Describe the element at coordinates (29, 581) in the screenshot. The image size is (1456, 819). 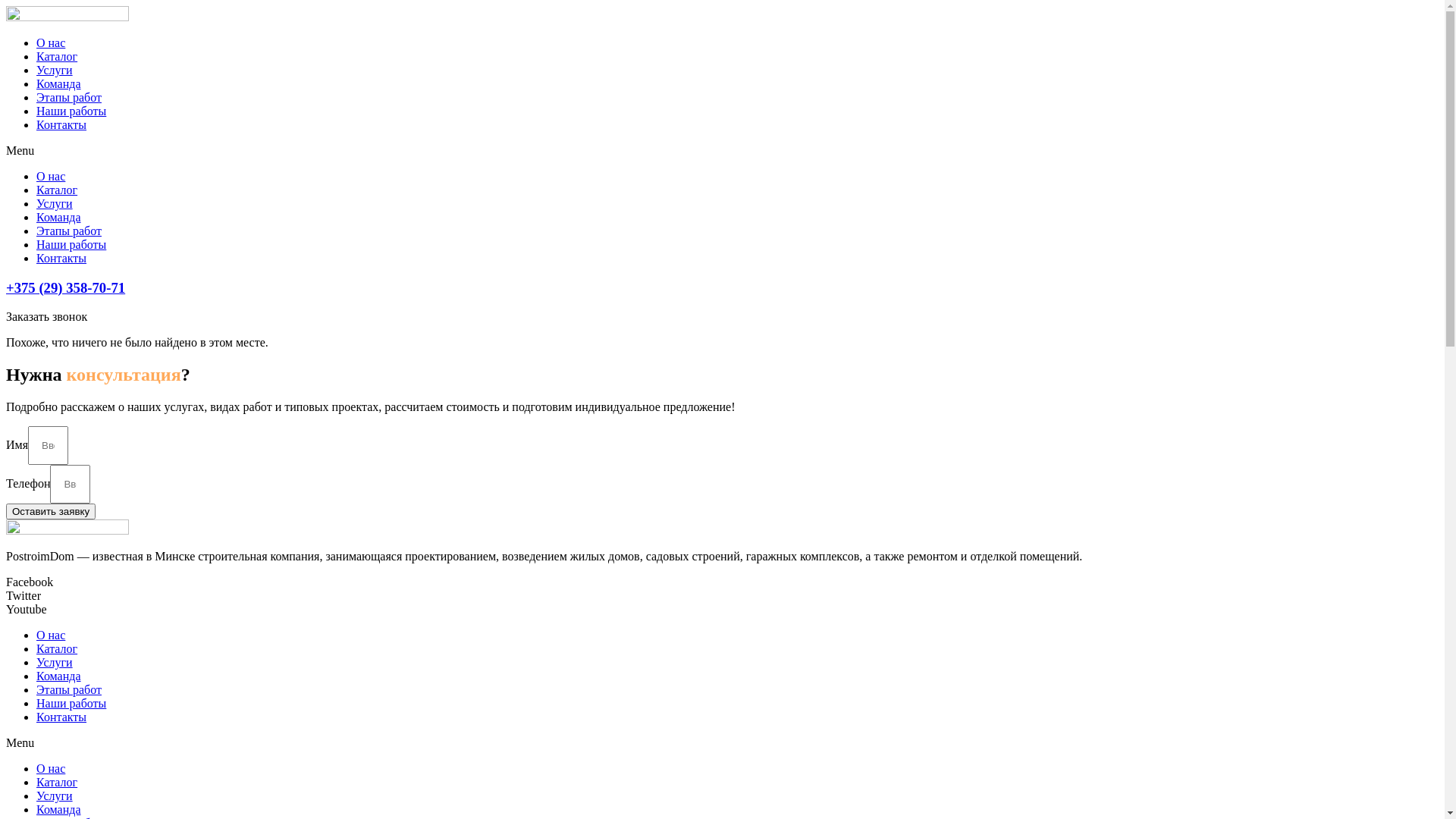
I see `'Facebook'` at that location.